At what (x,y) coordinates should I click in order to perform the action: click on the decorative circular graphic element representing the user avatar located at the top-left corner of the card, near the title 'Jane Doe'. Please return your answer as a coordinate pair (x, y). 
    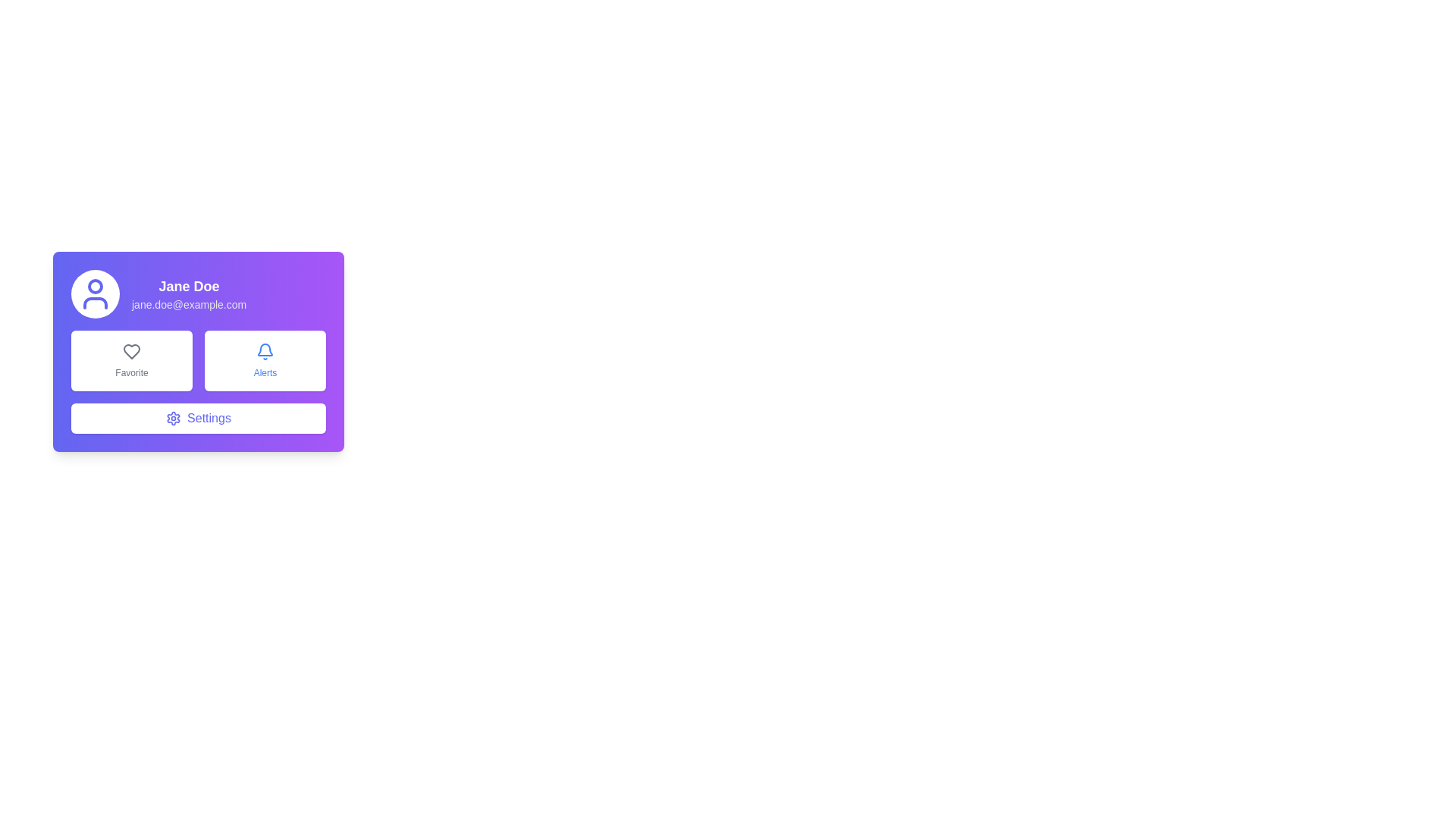
    Looking at the image, I should click on (94, 287).